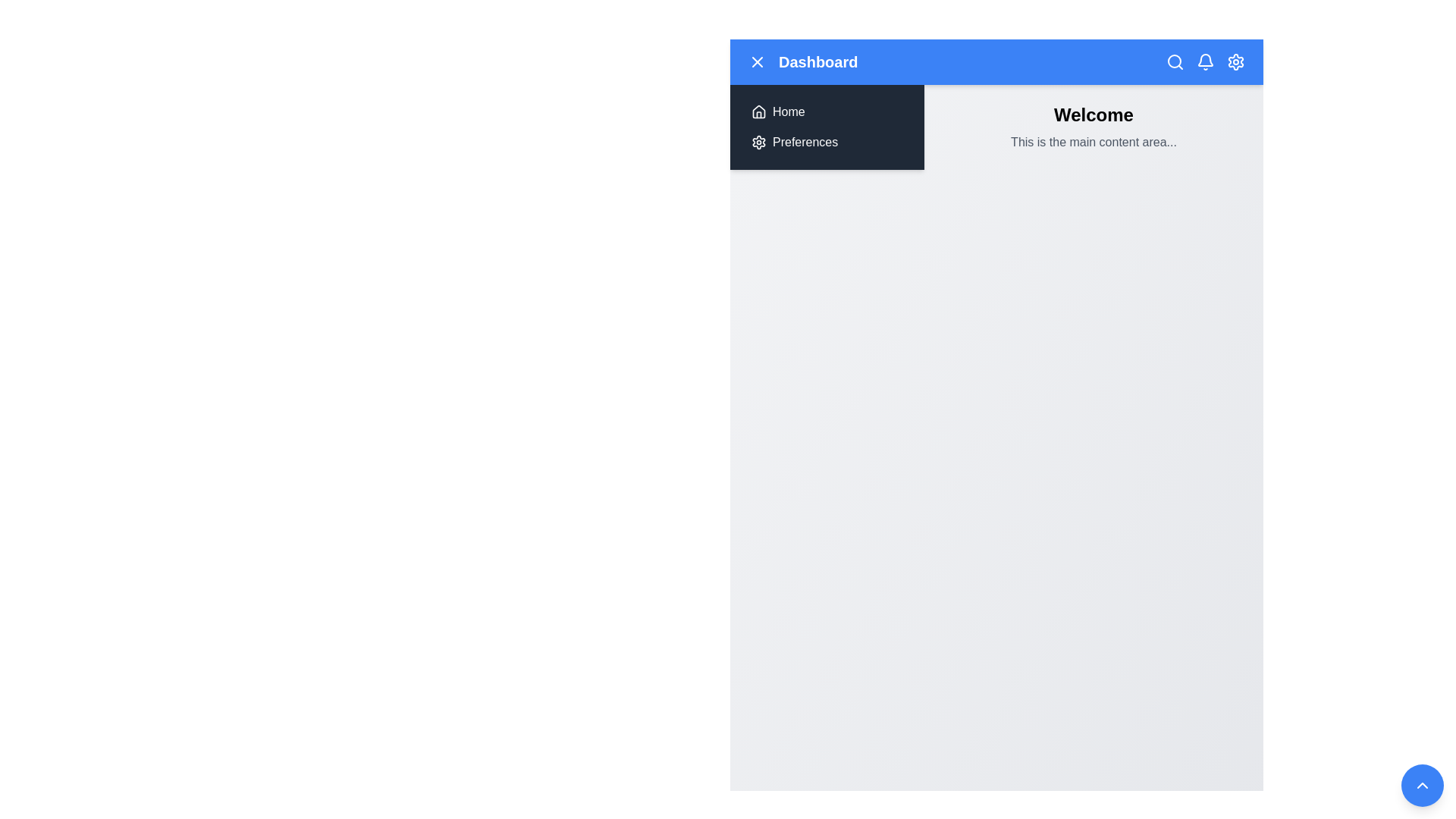 This screenshot has width=1456, height=819. Describe the element at coordinates (1236, 61) in the screenshot. I see `the settings icon located on the far right side of the blue header bar` at that location.